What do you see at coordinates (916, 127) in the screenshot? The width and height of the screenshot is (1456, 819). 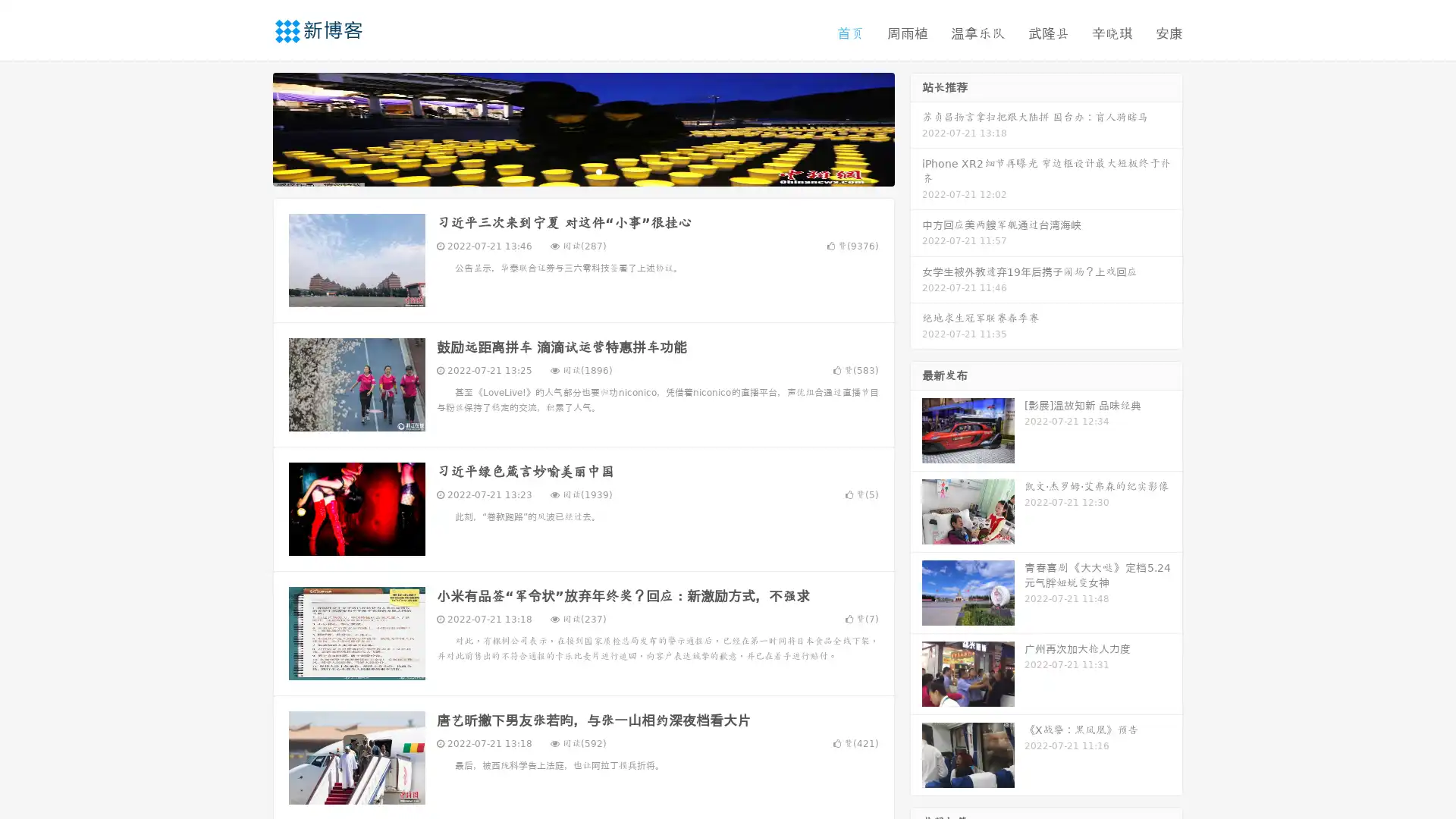 I see `Next slide` at bounding box center [916, 127].